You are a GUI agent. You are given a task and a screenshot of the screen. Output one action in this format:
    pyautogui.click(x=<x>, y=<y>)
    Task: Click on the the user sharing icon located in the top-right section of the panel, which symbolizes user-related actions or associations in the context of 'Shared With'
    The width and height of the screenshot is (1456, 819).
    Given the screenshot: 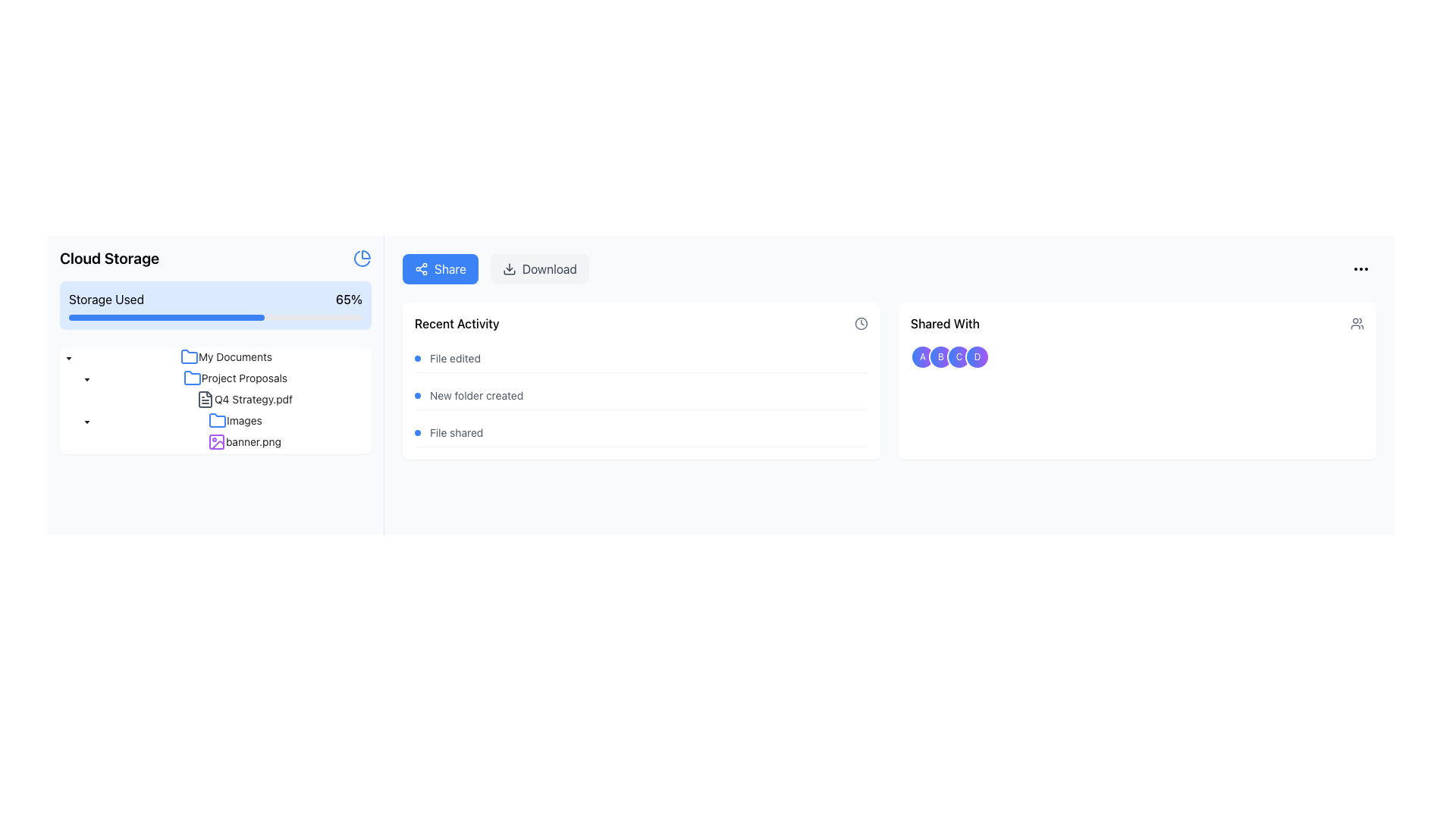 What is the action you would take?
    pyautogui.click(x=1357, y=323)
    